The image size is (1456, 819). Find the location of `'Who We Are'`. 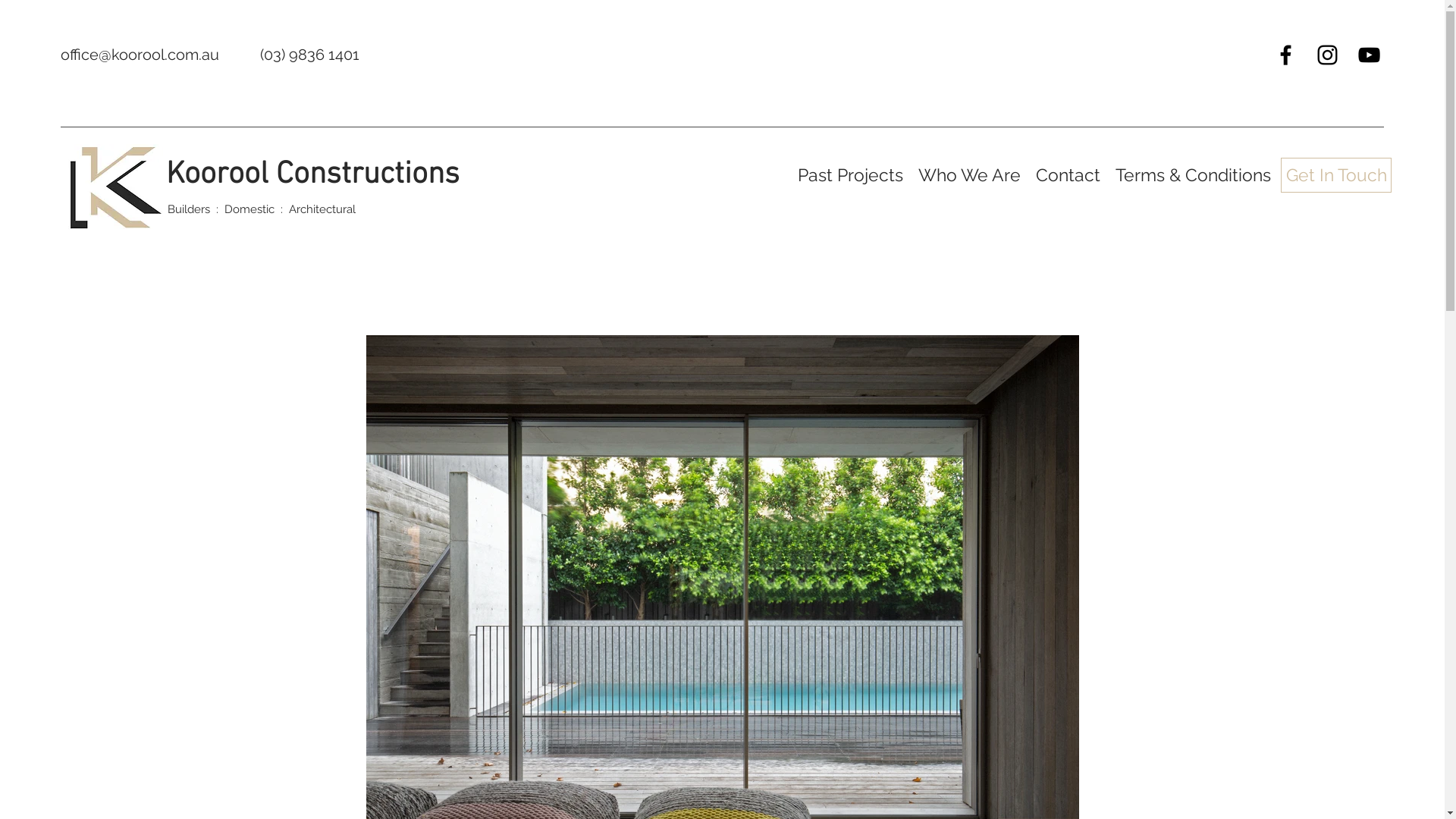

'Who We Are' is located at coordinates (968, 174).